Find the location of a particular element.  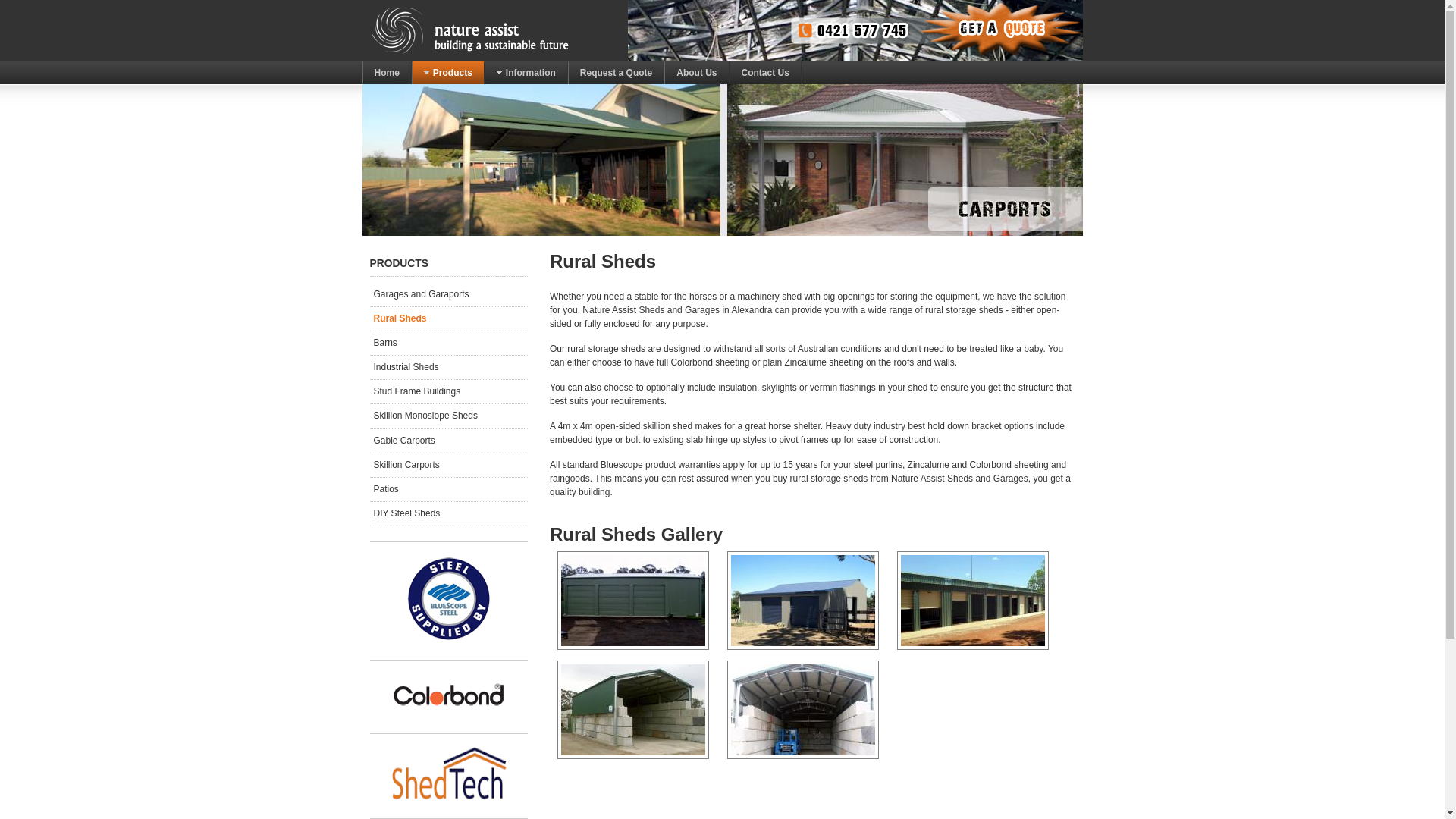

'We use the industry leading ShedTech Software' is located at coordinates (383, 774).